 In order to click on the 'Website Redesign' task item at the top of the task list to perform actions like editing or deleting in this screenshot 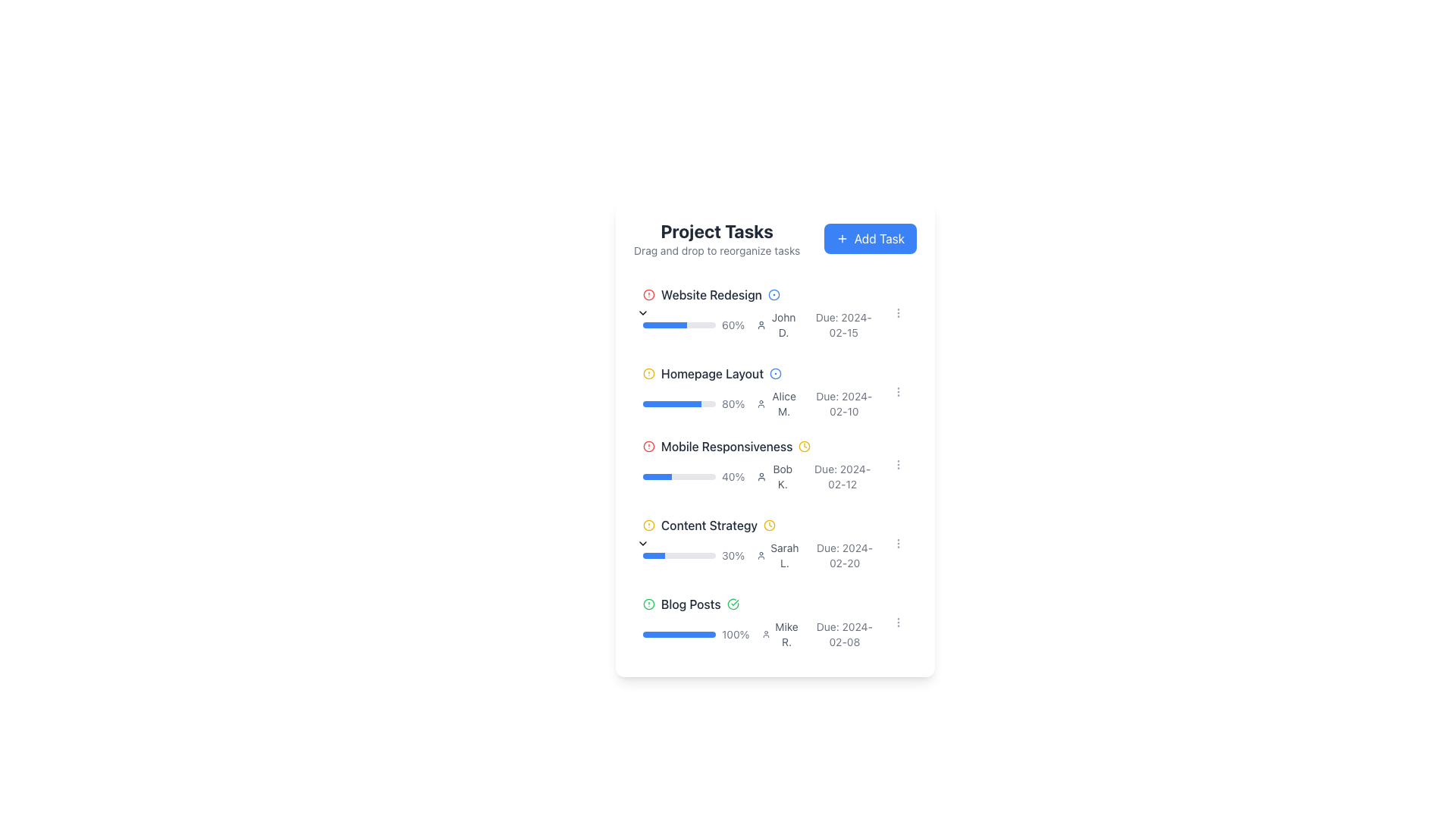, I will do `click(775, 312)`.